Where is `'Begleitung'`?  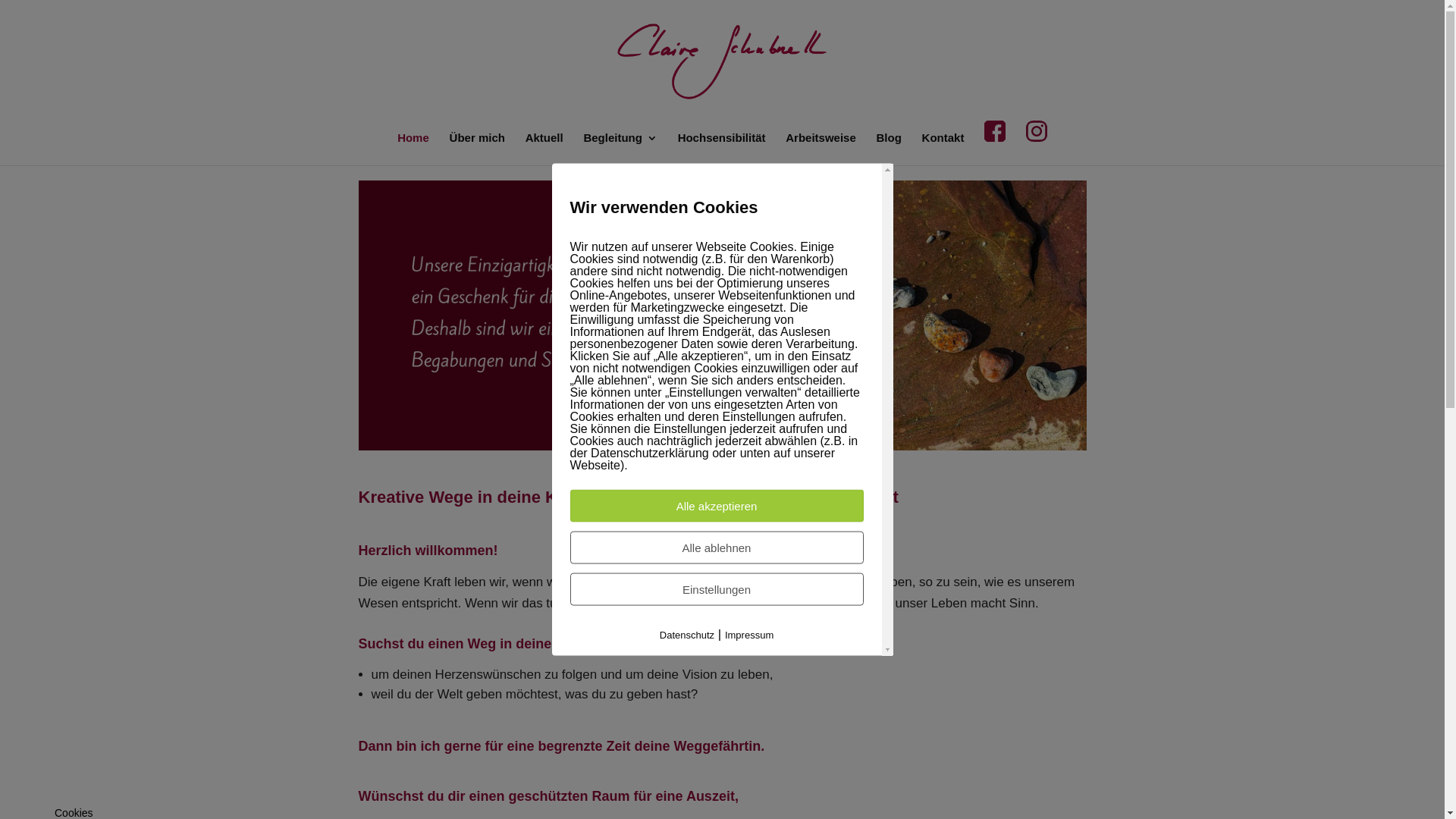
'Begleitung' is located at coordinates (620, 149).